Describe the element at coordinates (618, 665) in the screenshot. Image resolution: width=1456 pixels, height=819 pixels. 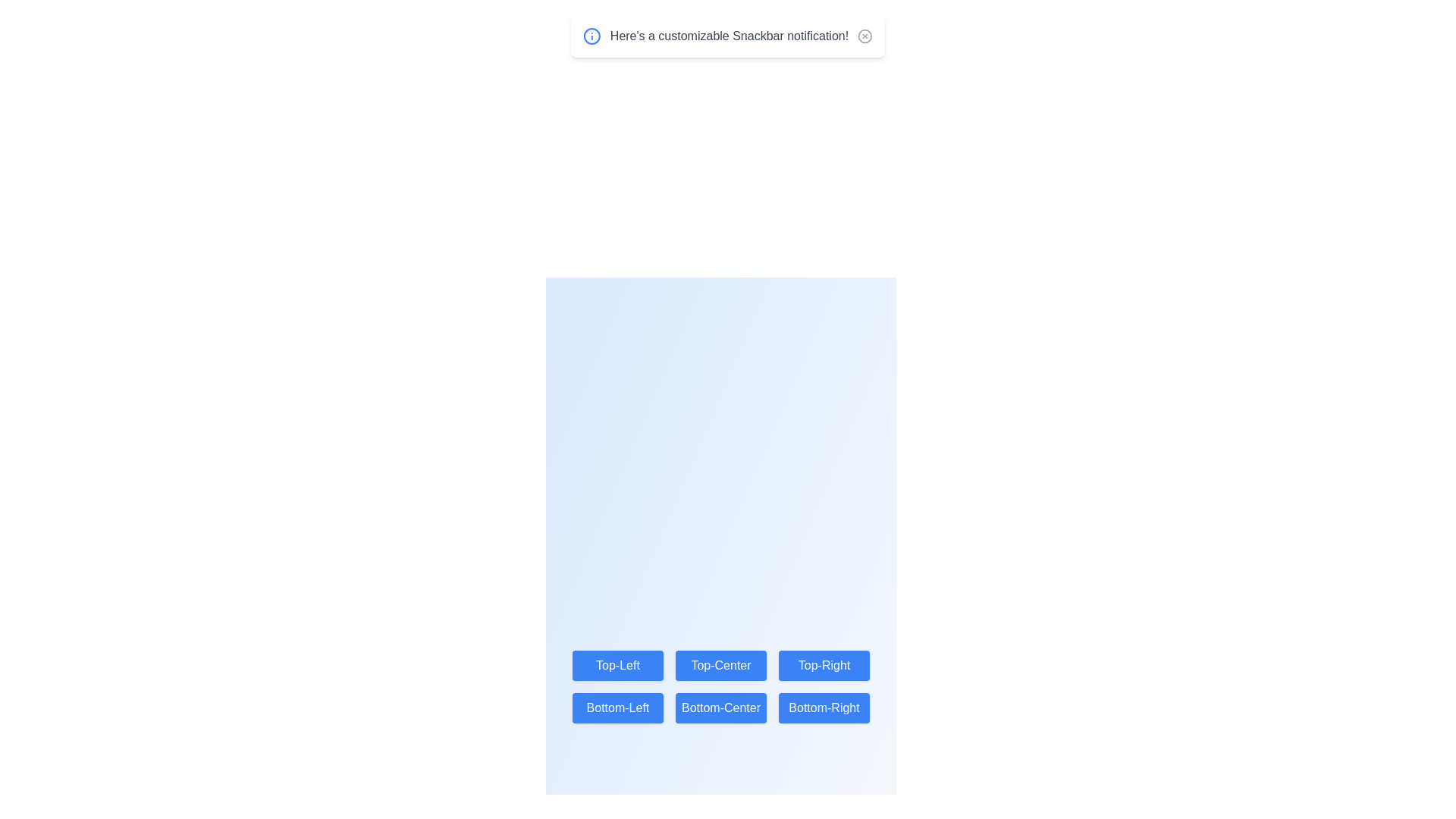
I see `the button labeled Top-Left to change the Snackbar position` at that location.